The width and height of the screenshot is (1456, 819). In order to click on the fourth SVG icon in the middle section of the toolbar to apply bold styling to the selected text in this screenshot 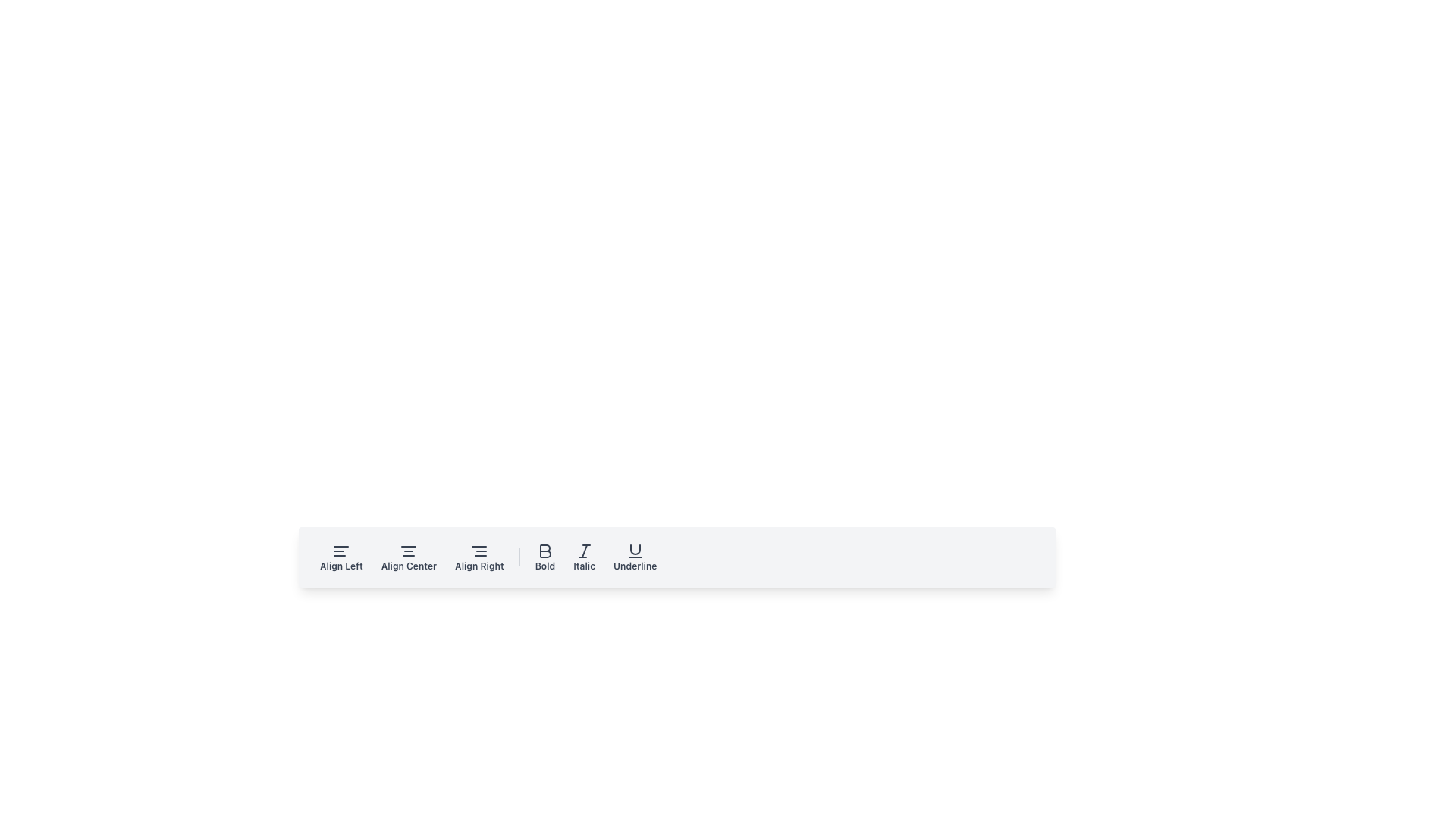, I will do `click(545, 551)`.